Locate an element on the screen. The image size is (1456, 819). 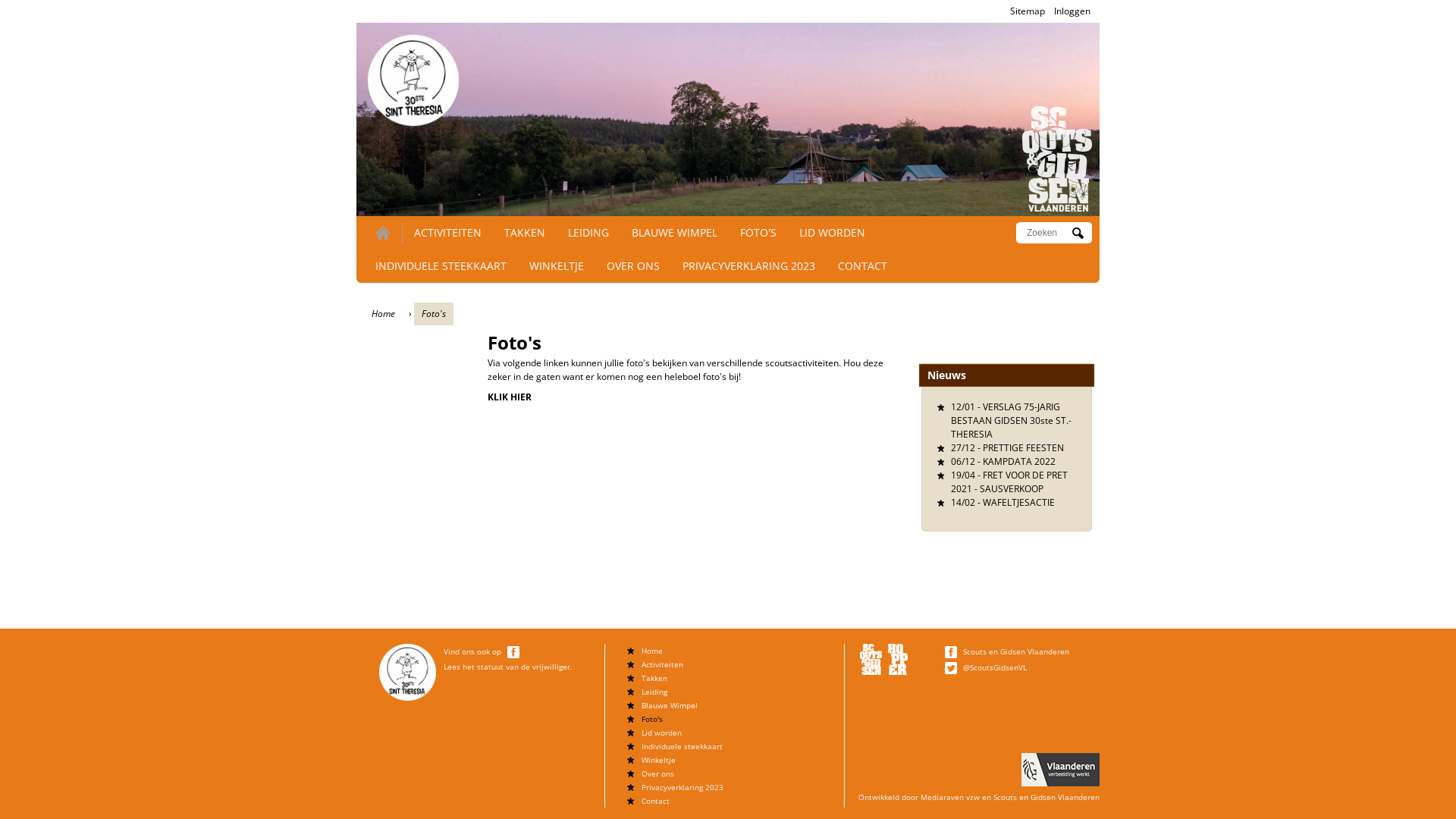
'Scouts & Gidsen Vlaanderen op Facebook' is located at coordinates (952, 651).